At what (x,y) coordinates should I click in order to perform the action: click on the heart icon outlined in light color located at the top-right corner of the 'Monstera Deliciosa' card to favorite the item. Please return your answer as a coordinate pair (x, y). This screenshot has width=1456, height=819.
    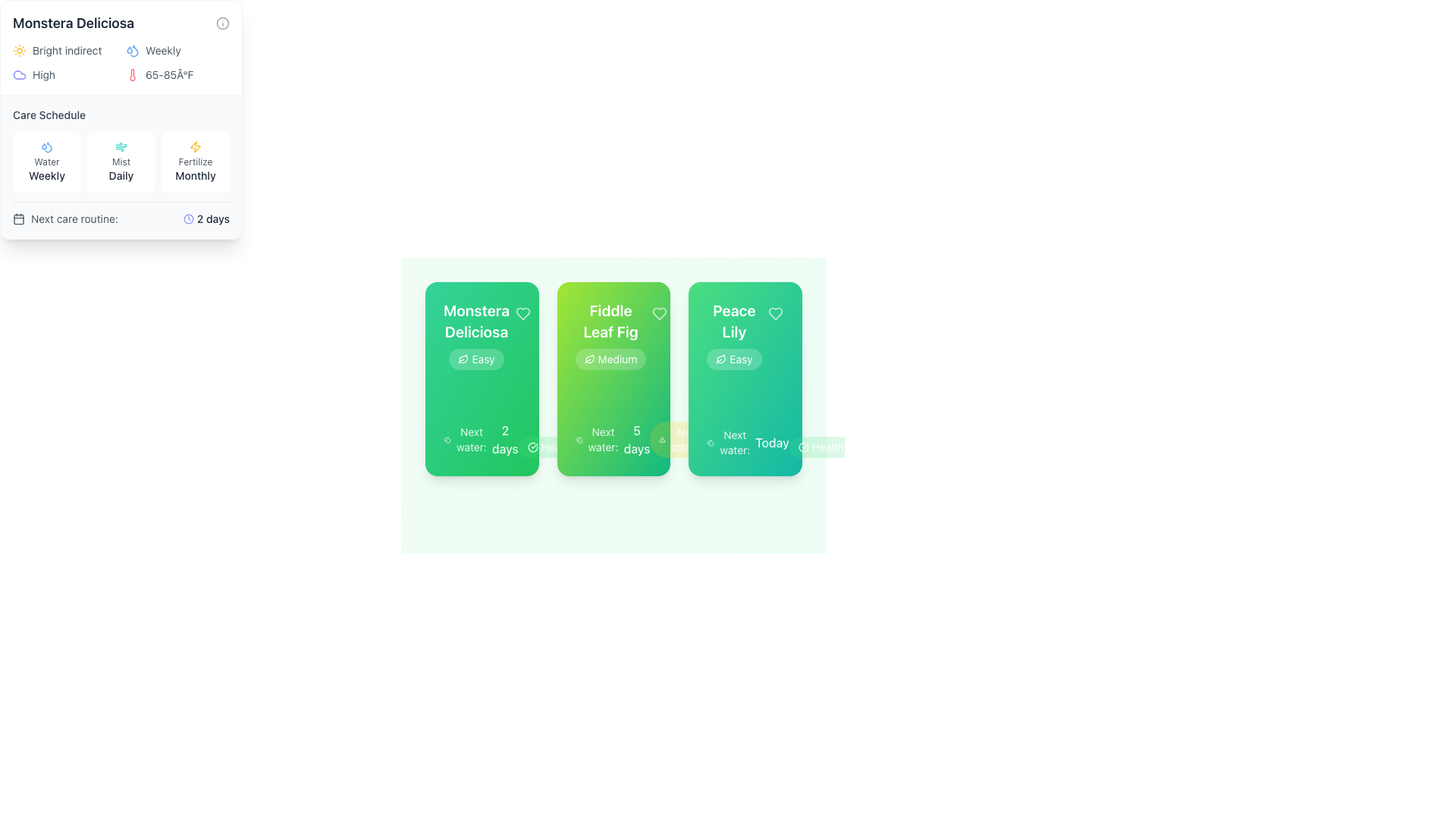
    Looking at the image, I should click on (523, 312).